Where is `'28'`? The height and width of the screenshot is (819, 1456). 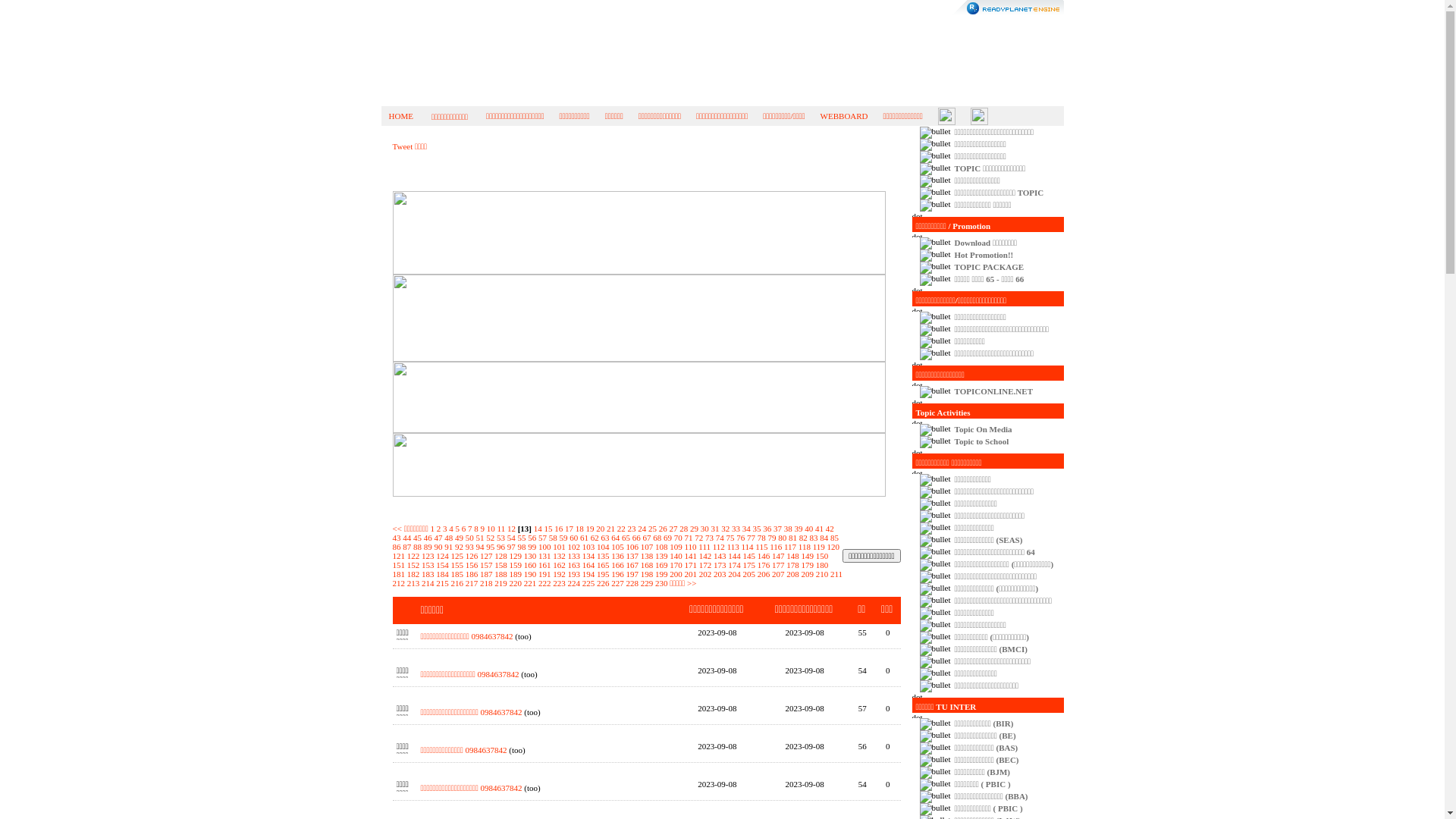
'28' is located at coordinates (682, 528).